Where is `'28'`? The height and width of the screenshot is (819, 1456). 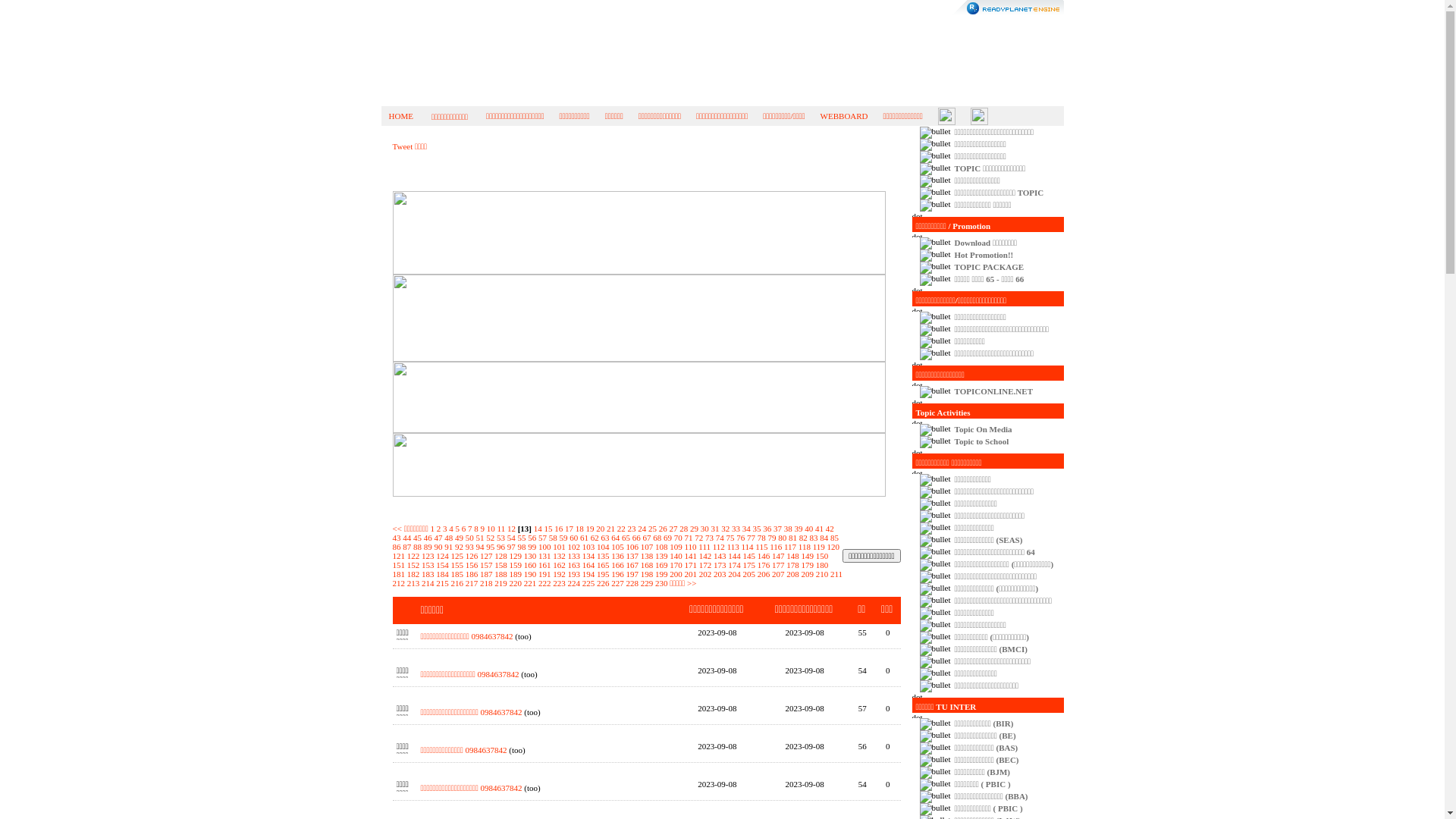
'28' is located at coordinates (682, 528).